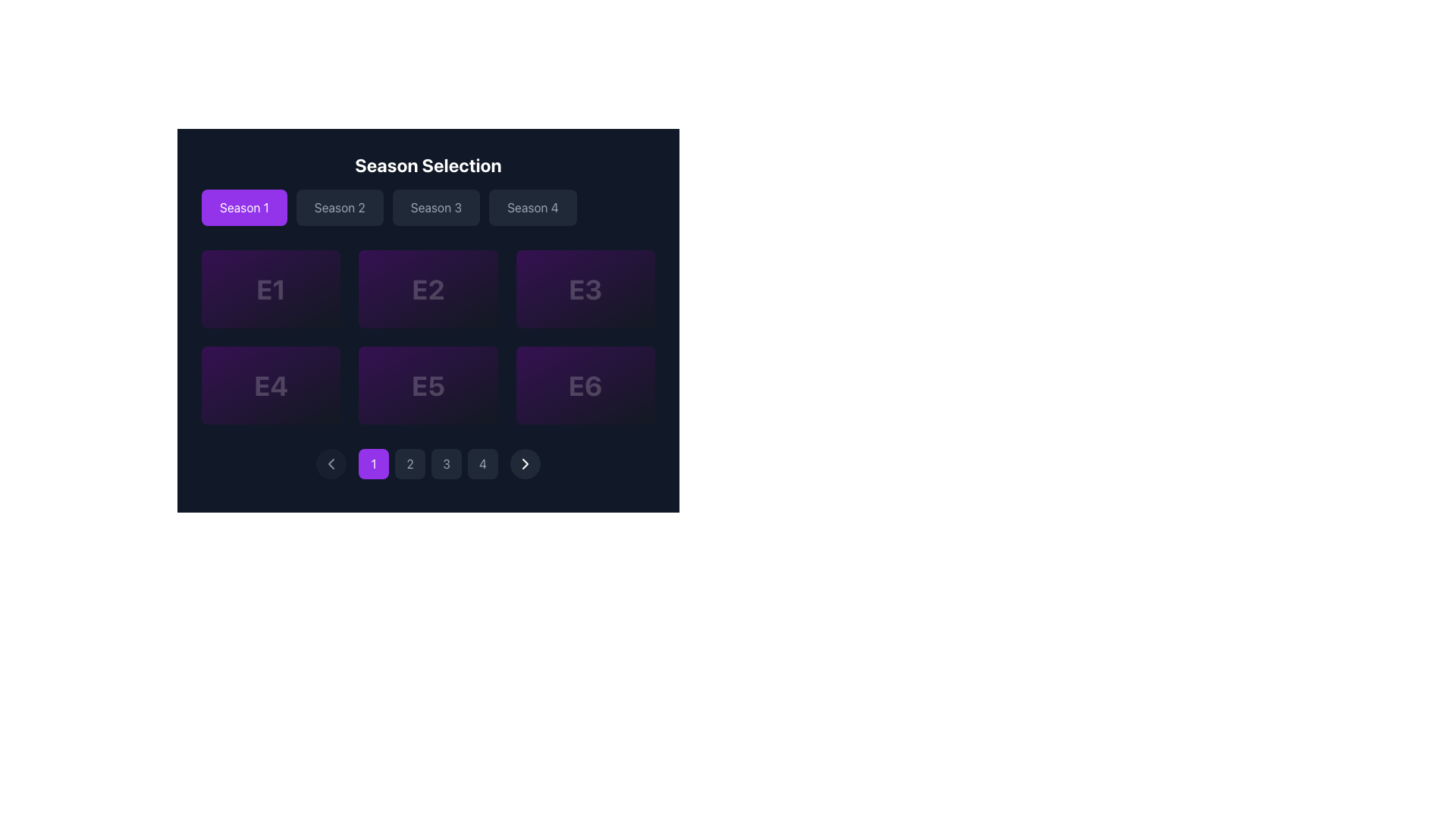  Describe the element at coordinates (585, 289) in the screenshot. I see `the large white text displaying 'E3' in bold on a dark purple background` at that location.